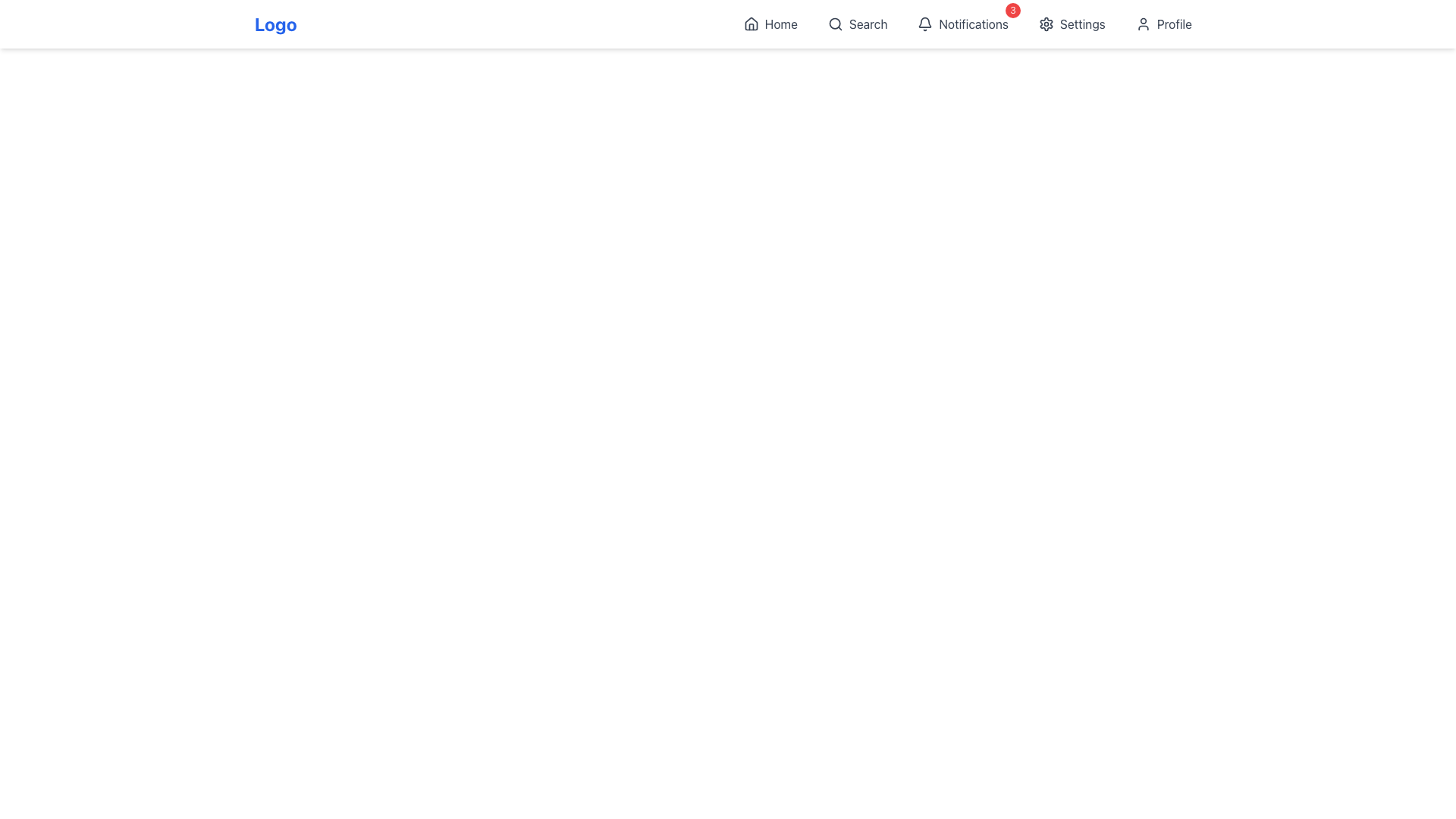 Image resolution: width=1456 pixels, height=819 pixels. What do you see at coordinates (834, 24) in the screenshot?
I see `the gray search icon (magnifying glass) located in the navigation bar to the left of the 'Search' text` at bounding box center [834, 24].